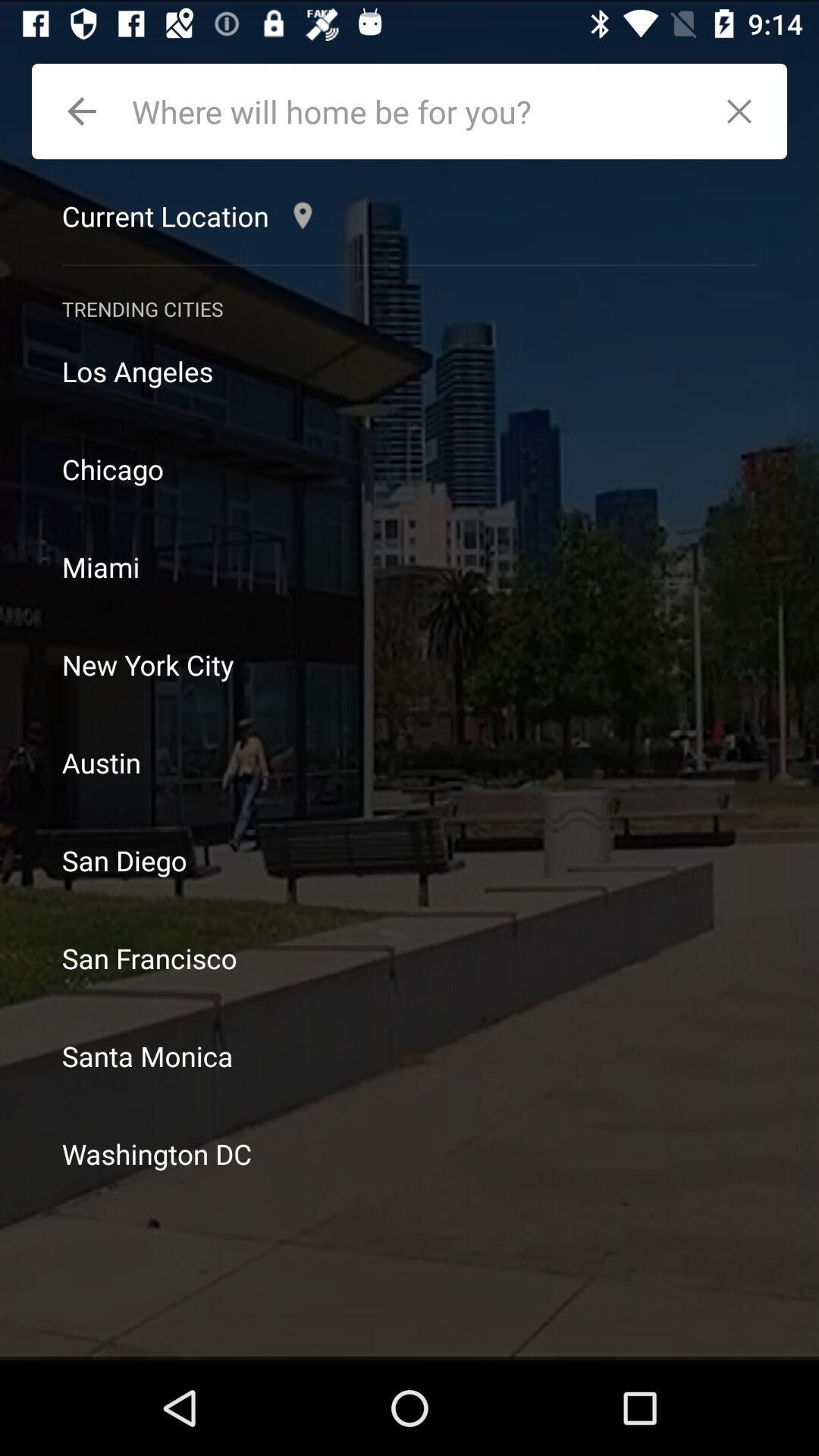 The width and height of the screenshot is (819, 1456). Describe the element at coordinates (746, 111) in the screenshot. I see `box` at that location.